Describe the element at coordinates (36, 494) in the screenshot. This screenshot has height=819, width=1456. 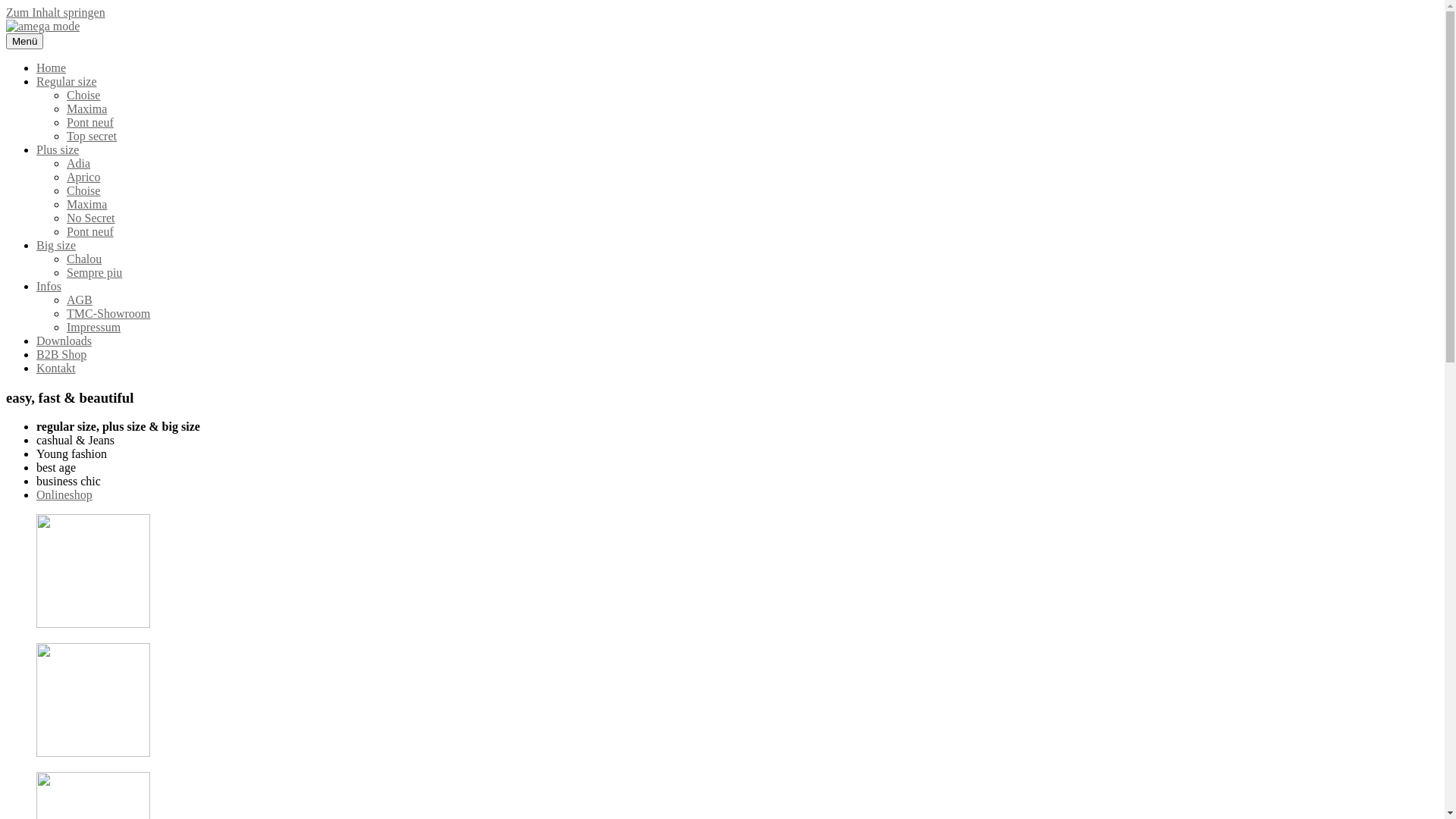
I see `'Onlineshop'` at that location.